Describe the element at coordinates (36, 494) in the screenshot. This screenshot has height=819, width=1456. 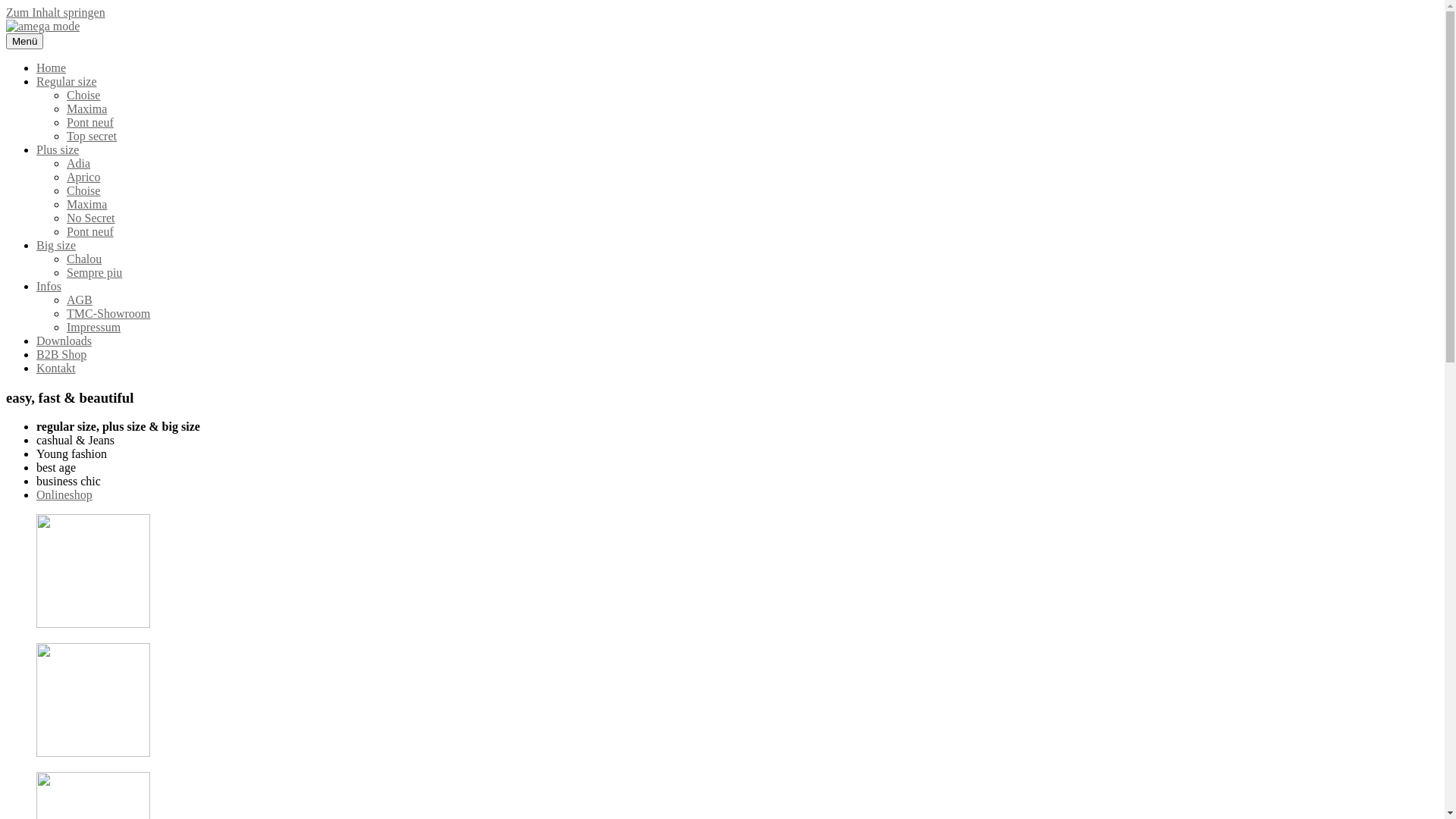
I see `'Onlineshop'` at that location.